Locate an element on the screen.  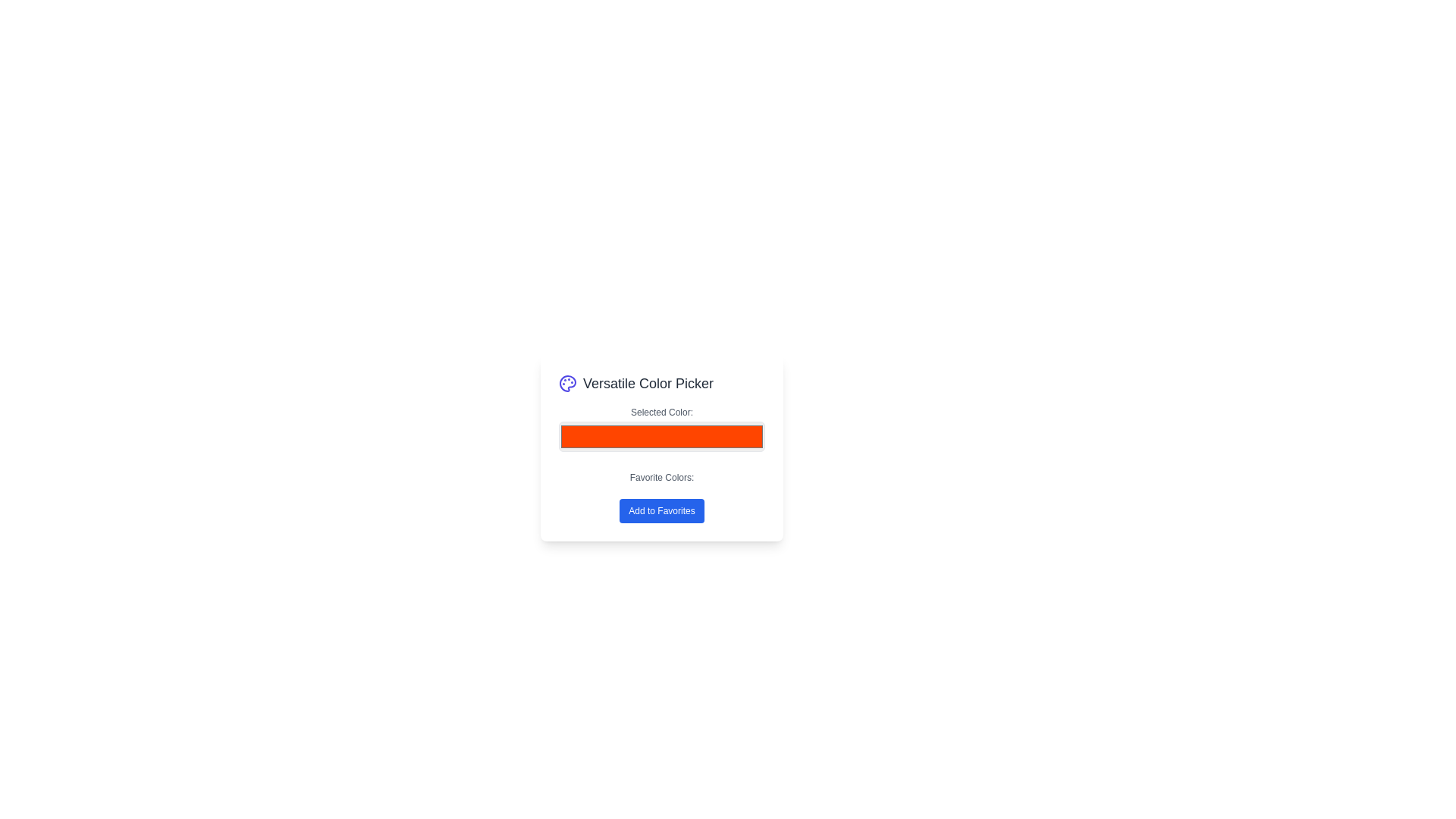
the static text label that reads 'Favorite Colors:', which is bold and light gray, located below the 'Selected Color' area and above the 'Add to Favorites' button is located at coordinates (662, 476).